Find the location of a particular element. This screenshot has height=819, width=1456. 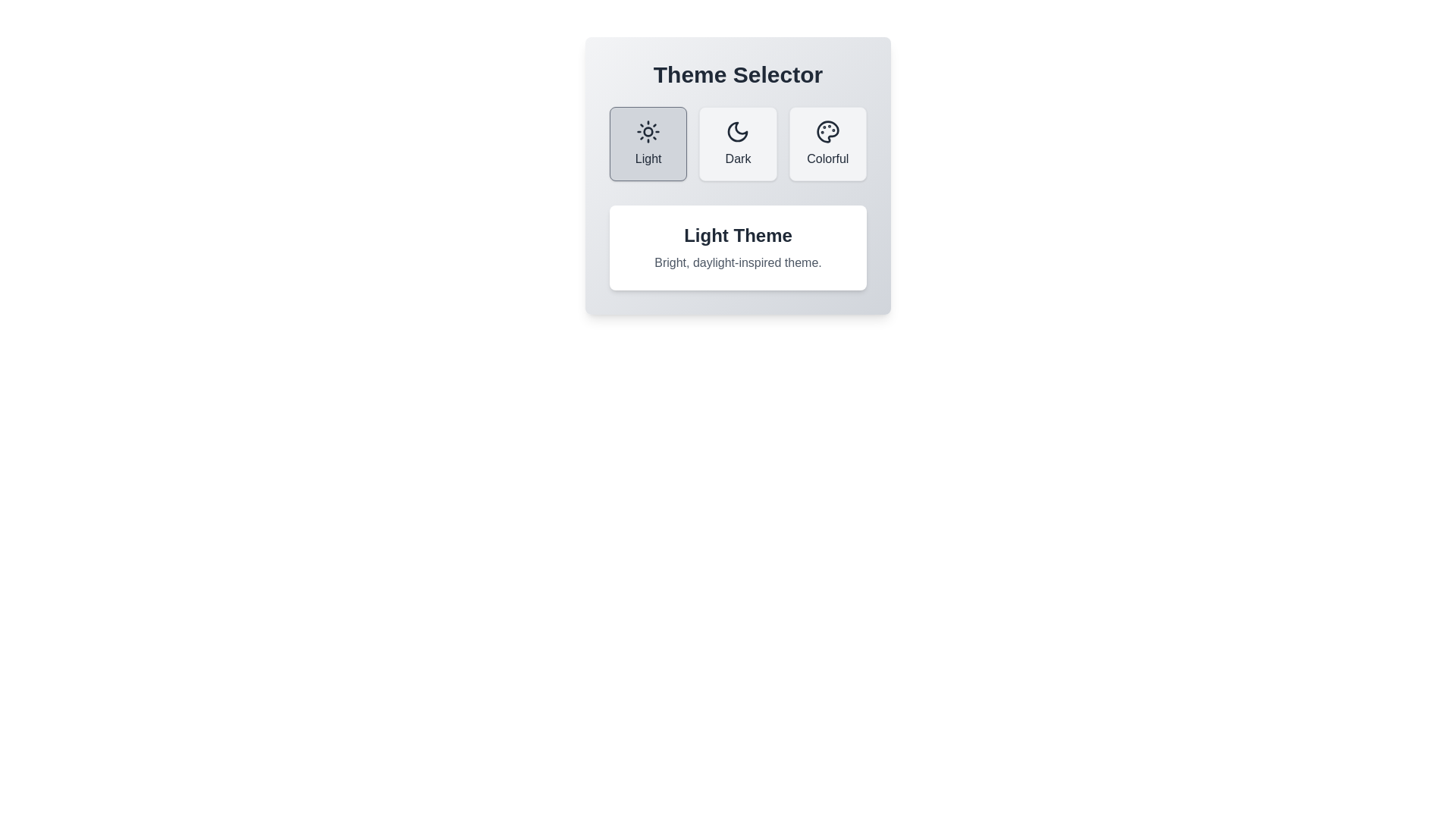

the 'Dark' theme option button represented by a crescent moon icon is located at coordinates (738, 130).